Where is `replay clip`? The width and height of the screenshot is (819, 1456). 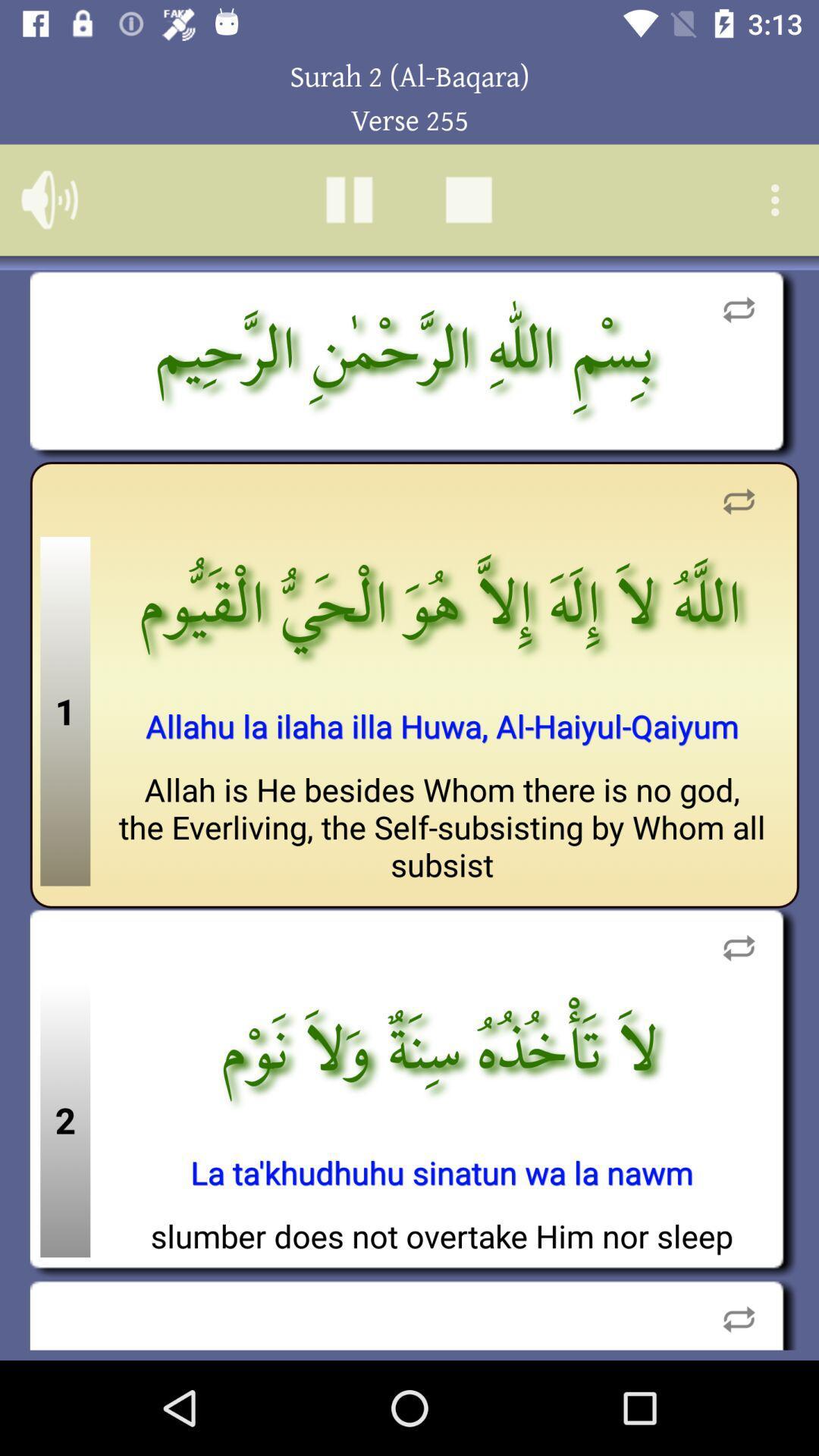 replay clip is located at coordinates (738, 309).